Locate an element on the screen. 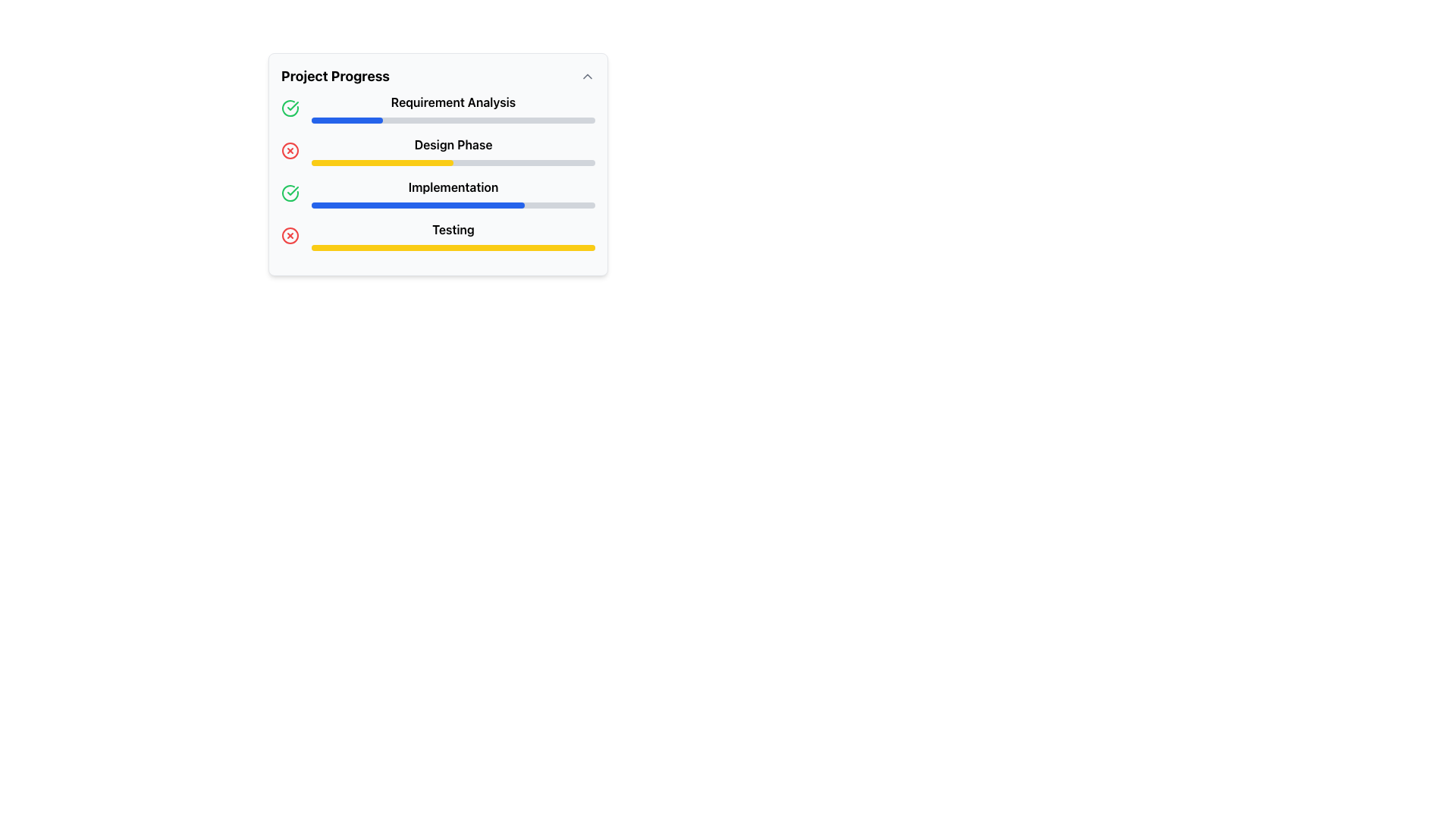 This screenshot has height=819, width=1456. the labeled progress indicator titled 'Requirement Analysis' is located at coordinates (453, 107).